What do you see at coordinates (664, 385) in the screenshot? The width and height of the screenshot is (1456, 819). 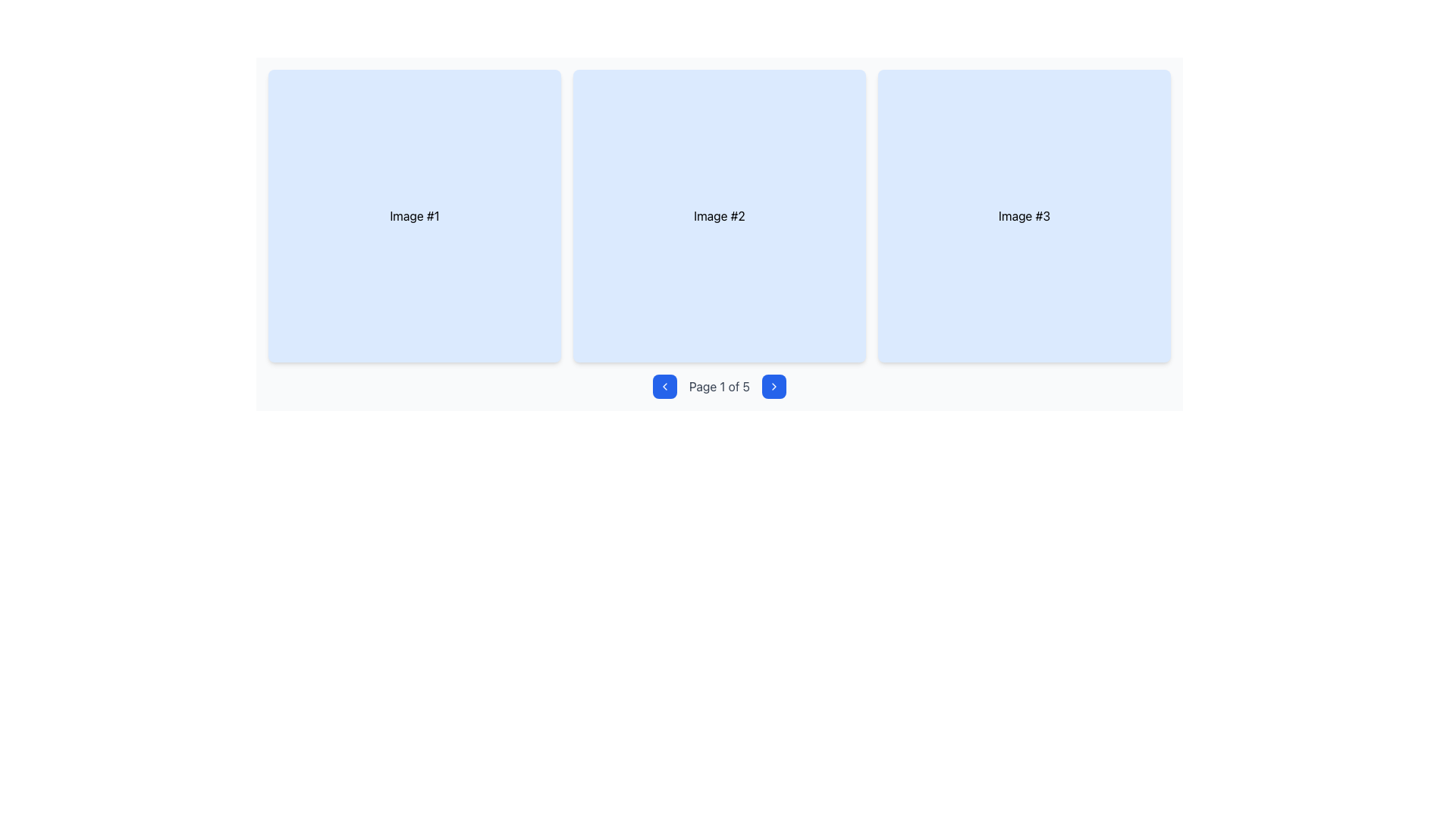 I see `the navigation button icon located at the bottom center of the interface to move one step backwards in the pagination sequence` at bounding box center [664, 385].